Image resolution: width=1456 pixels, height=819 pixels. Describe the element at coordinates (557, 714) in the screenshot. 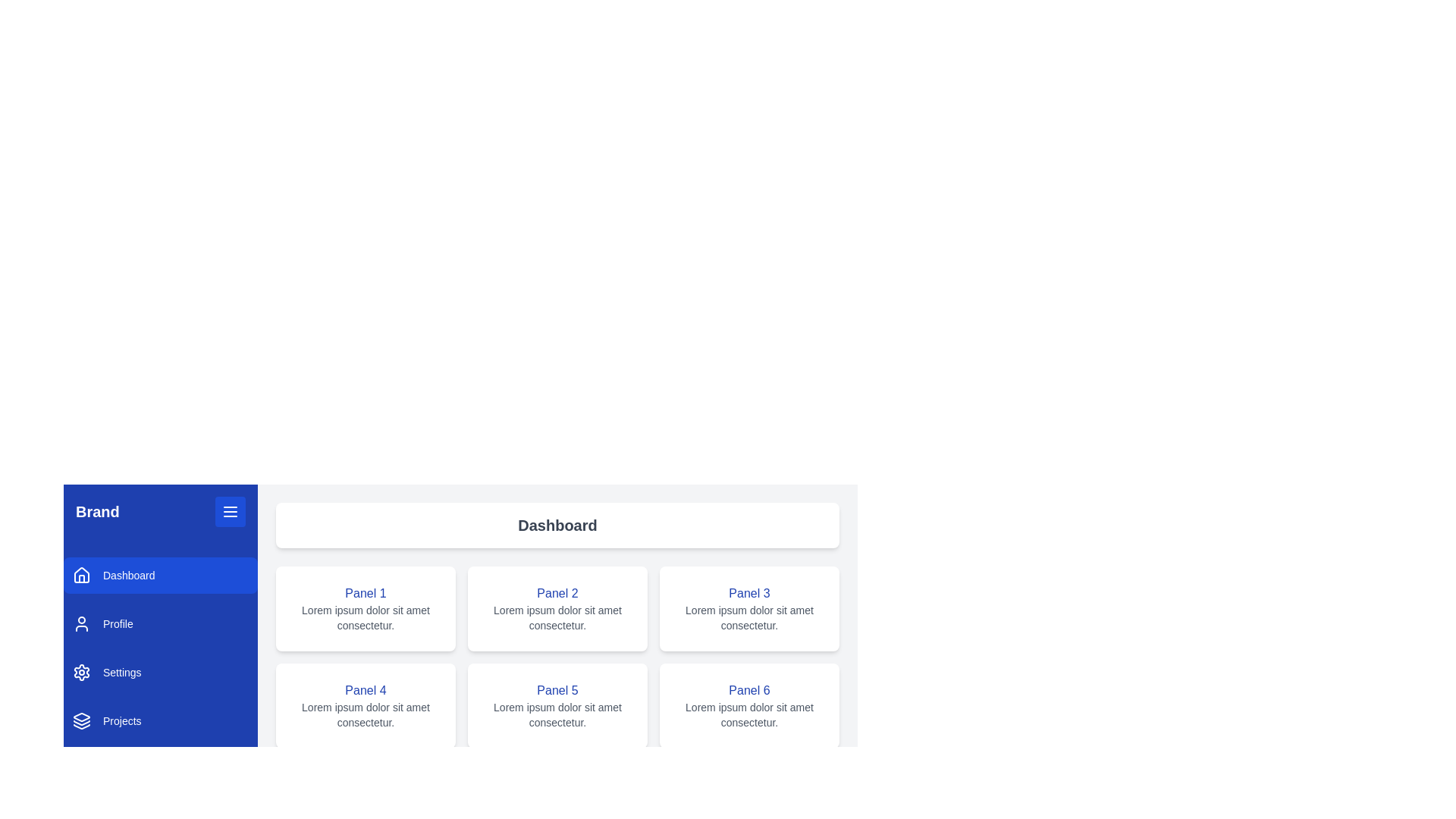

I see `the text block that provides additional context for 'Panel 5'` at that location.